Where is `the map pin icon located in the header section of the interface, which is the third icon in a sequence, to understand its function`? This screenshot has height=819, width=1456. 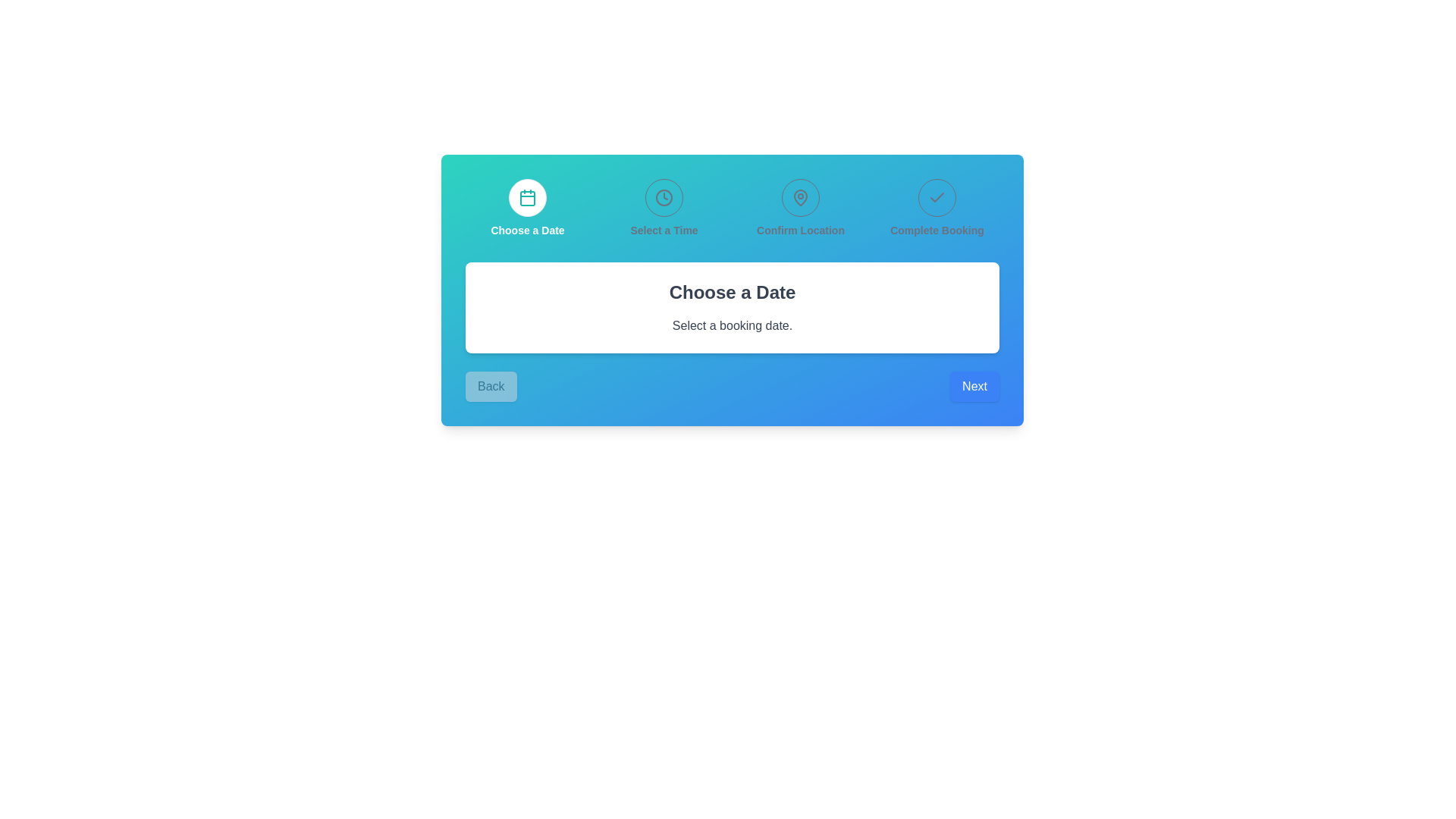
the map pin icon located in the header section of the interface, which is the third icon in a sequence, to understand its function is located at coordinates (800, 197).